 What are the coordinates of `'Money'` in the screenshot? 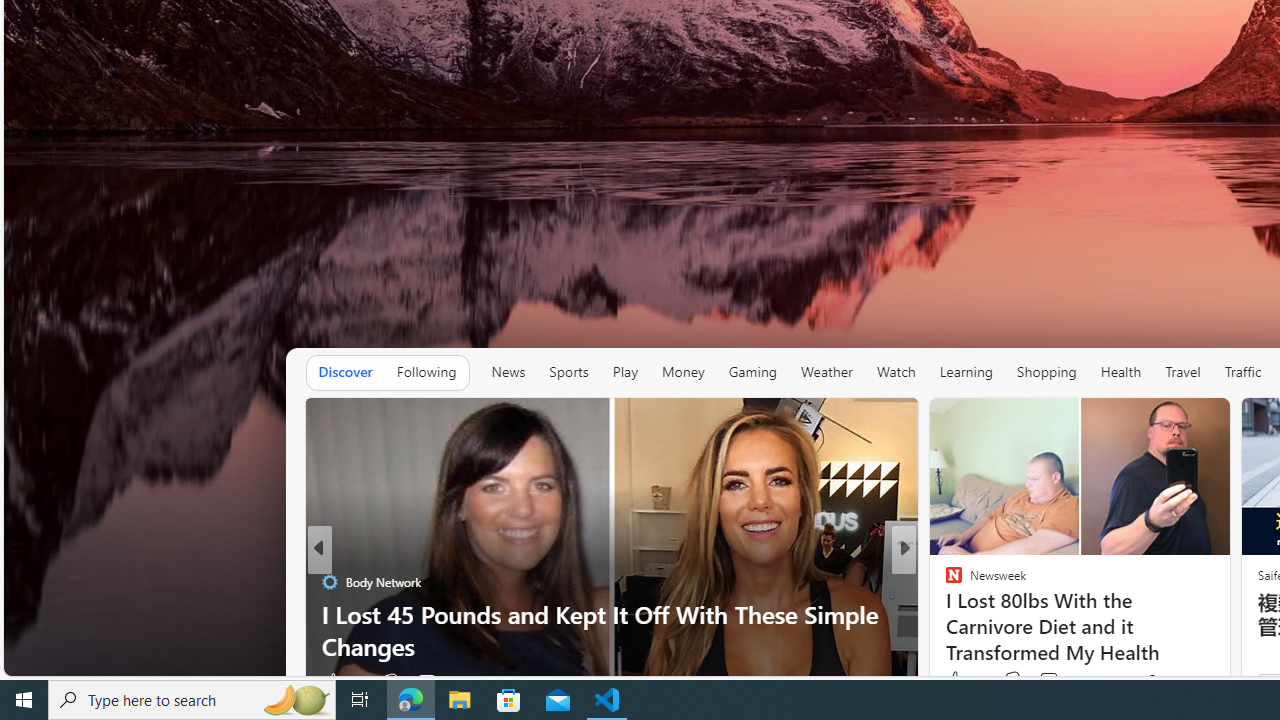 It's located at (682, 372).